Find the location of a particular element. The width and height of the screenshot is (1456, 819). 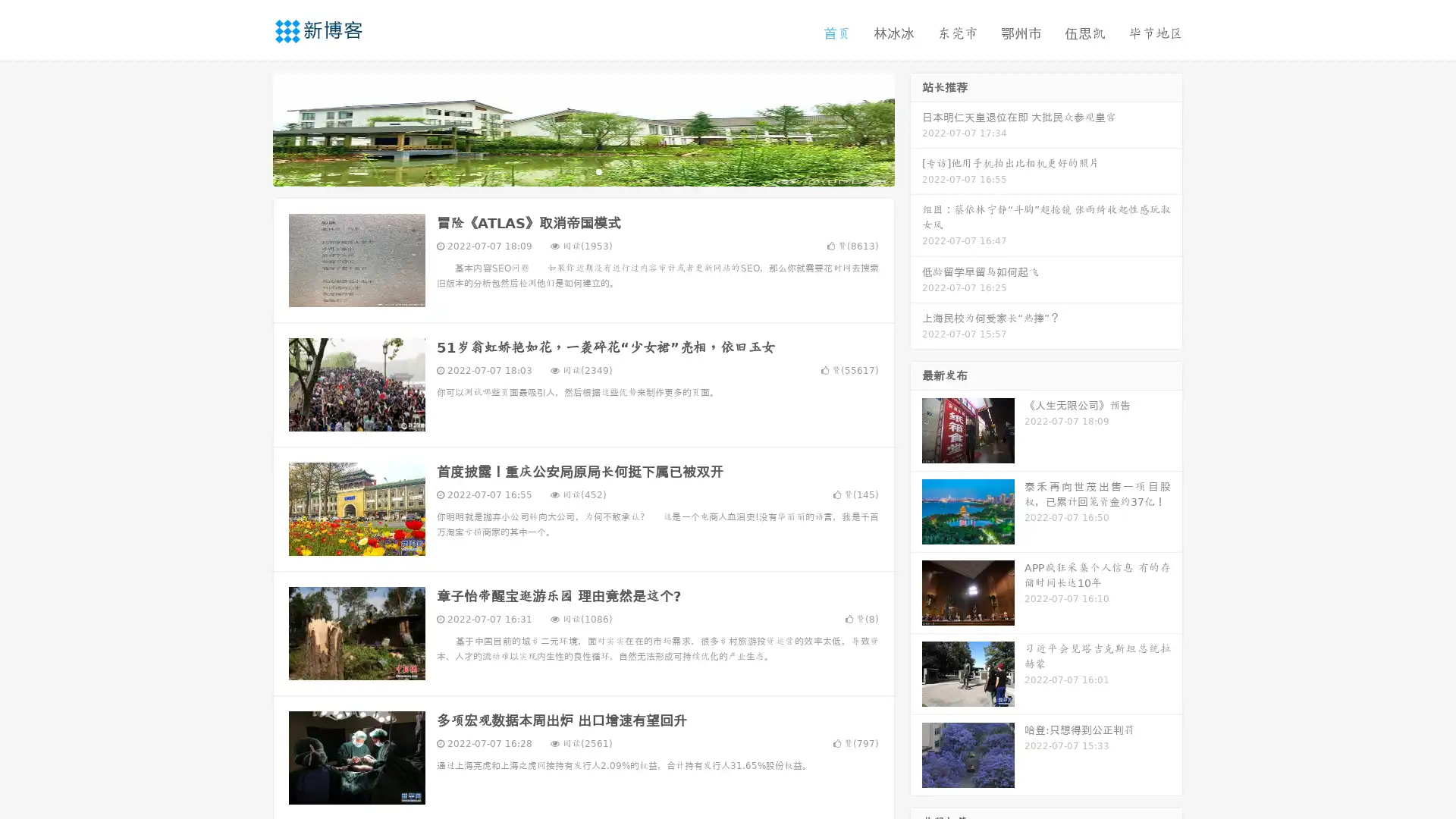

Next slide is located at coordinates (916, 127).